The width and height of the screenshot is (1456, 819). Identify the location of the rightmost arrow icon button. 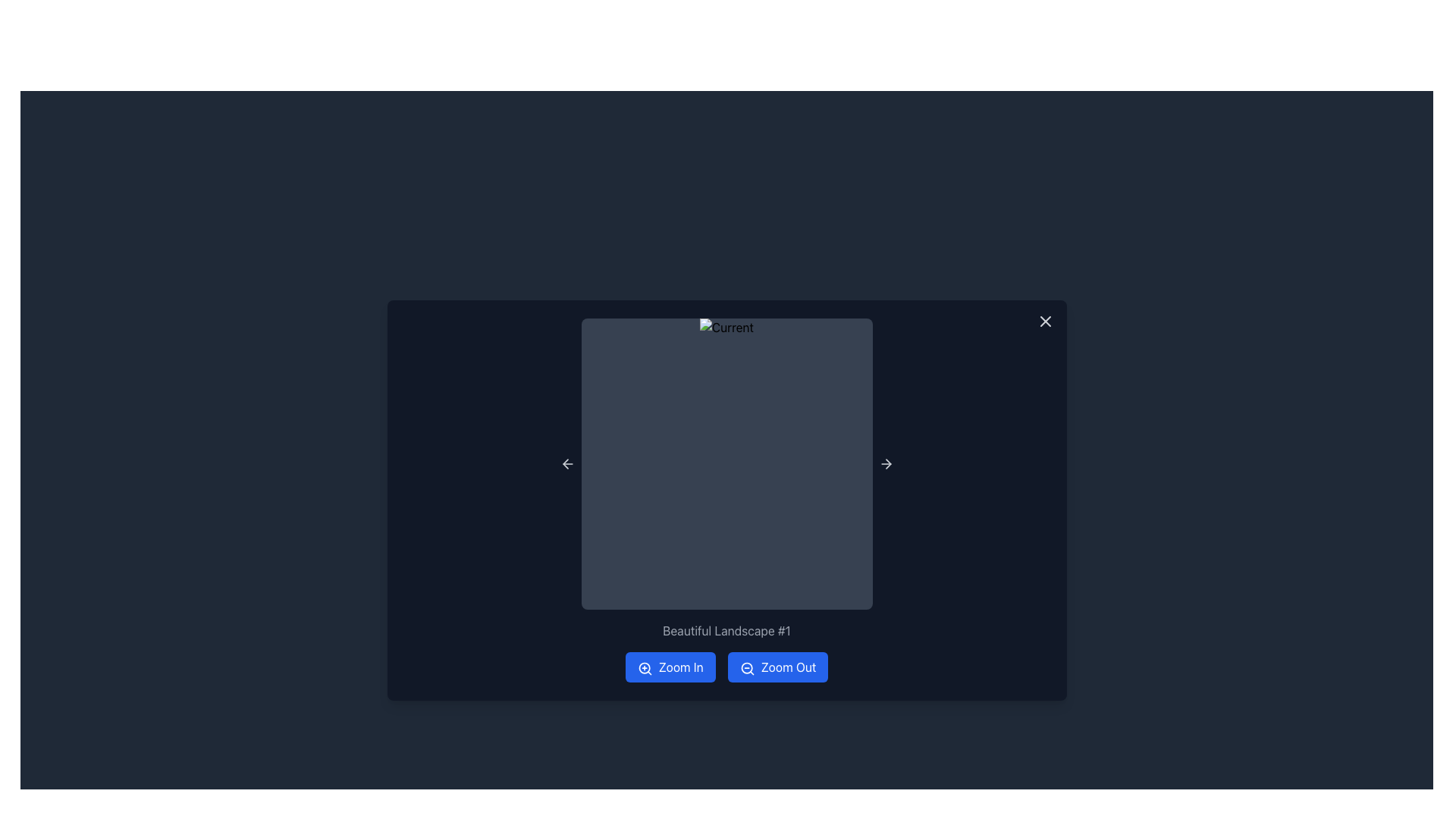
(886, 463).